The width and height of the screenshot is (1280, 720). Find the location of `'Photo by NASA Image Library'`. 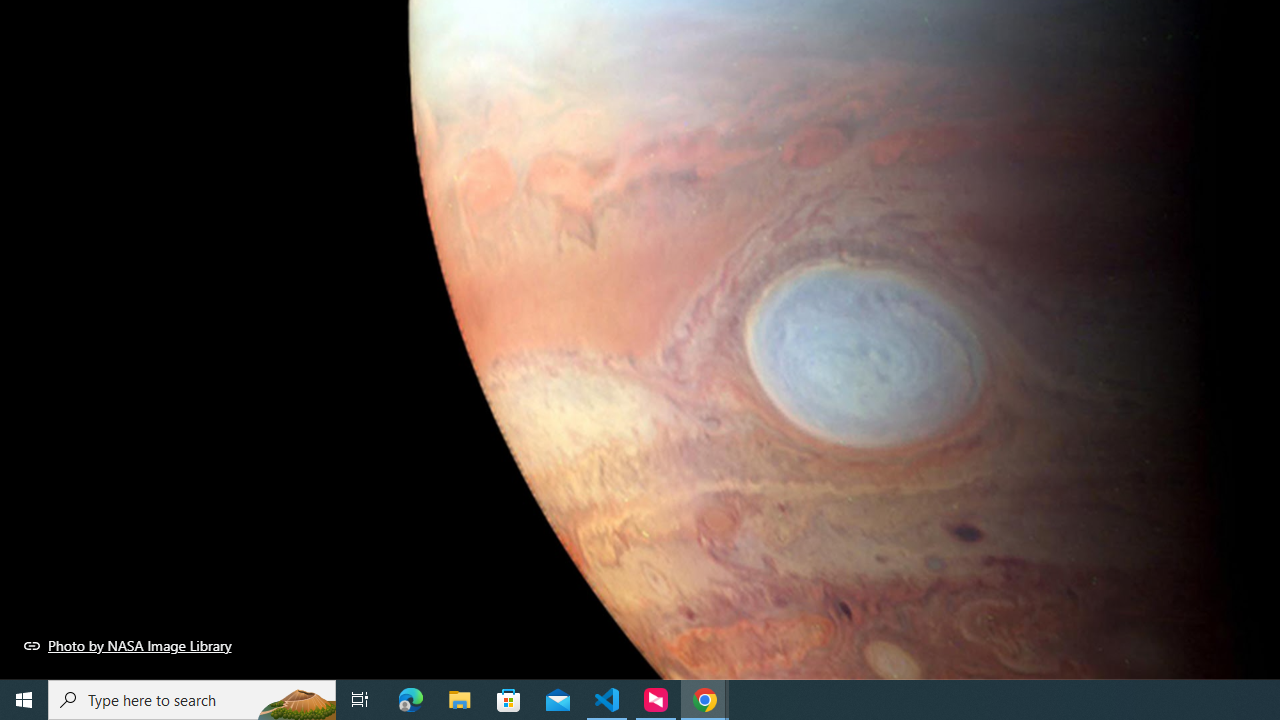

'Photo by NASA Image Library' is located at coordinates (127, 645).